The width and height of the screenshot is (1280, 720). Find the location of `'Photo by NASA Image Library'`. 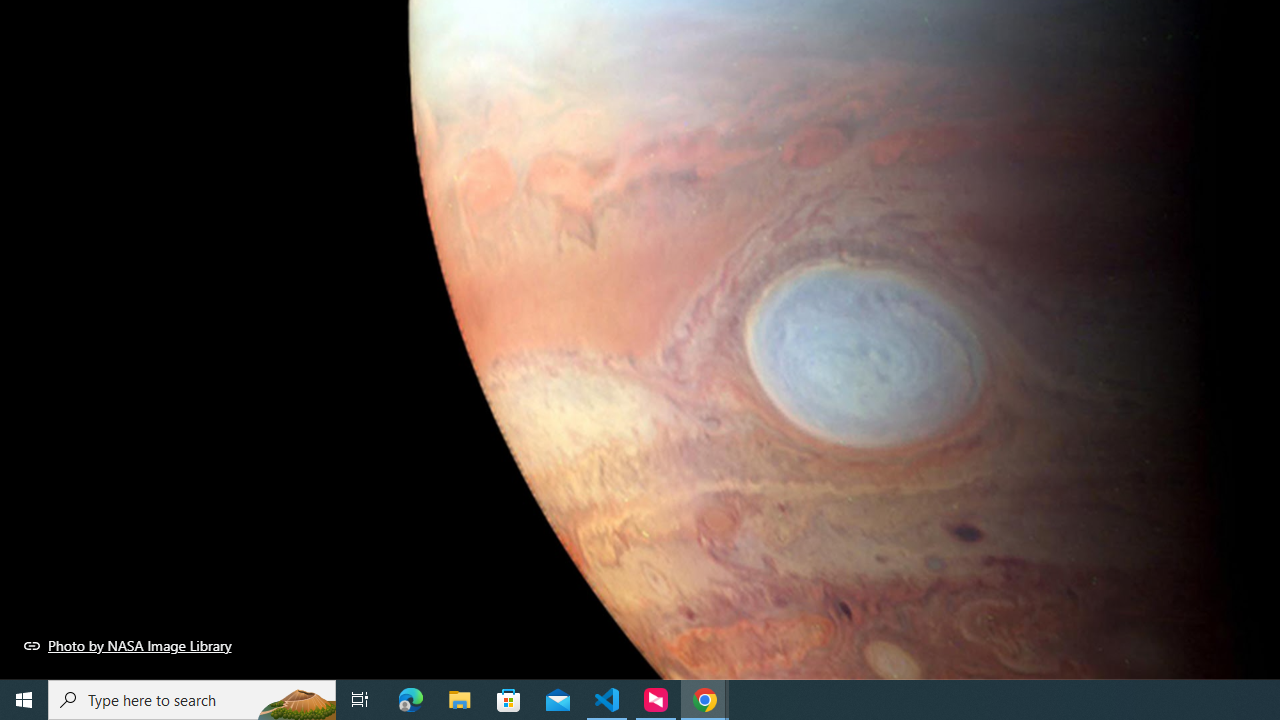

'Photo by NASA Image Library' is located at coordinates (127, 645).